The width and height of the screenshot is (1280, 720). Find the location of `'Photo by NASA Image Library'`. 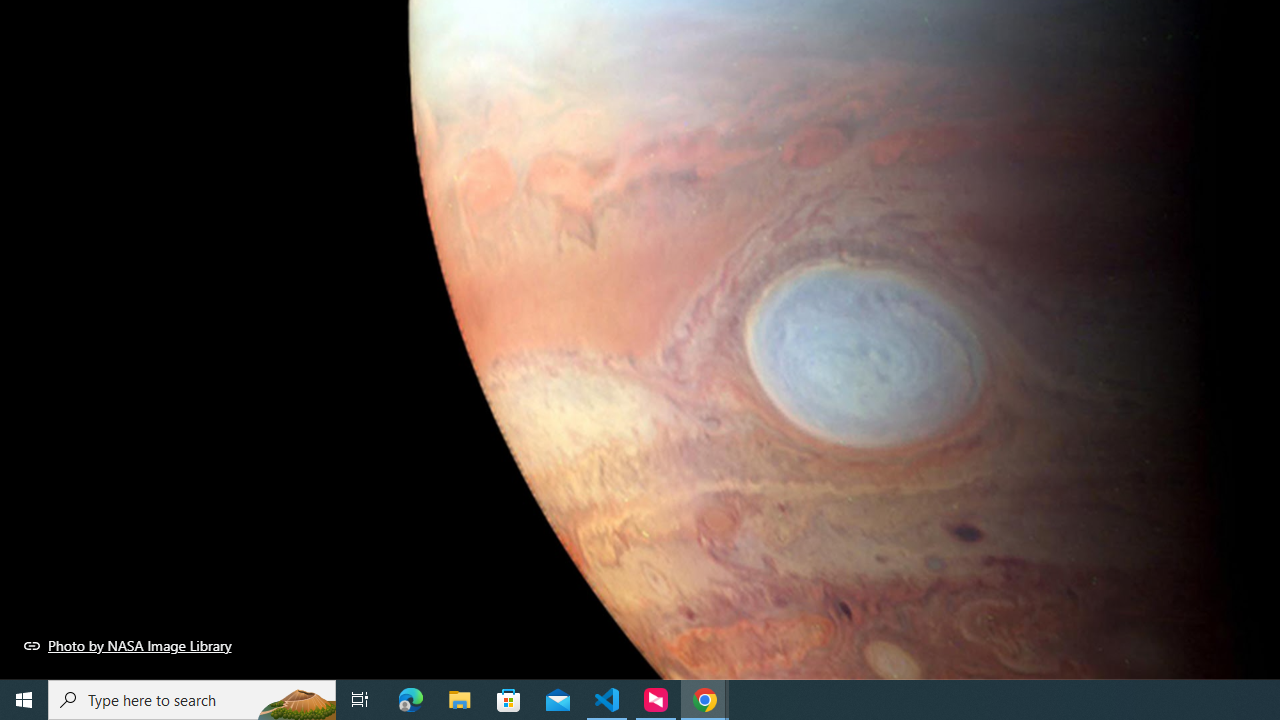

'Photo by NASA Image Library' is located at coordinates (127, 645).